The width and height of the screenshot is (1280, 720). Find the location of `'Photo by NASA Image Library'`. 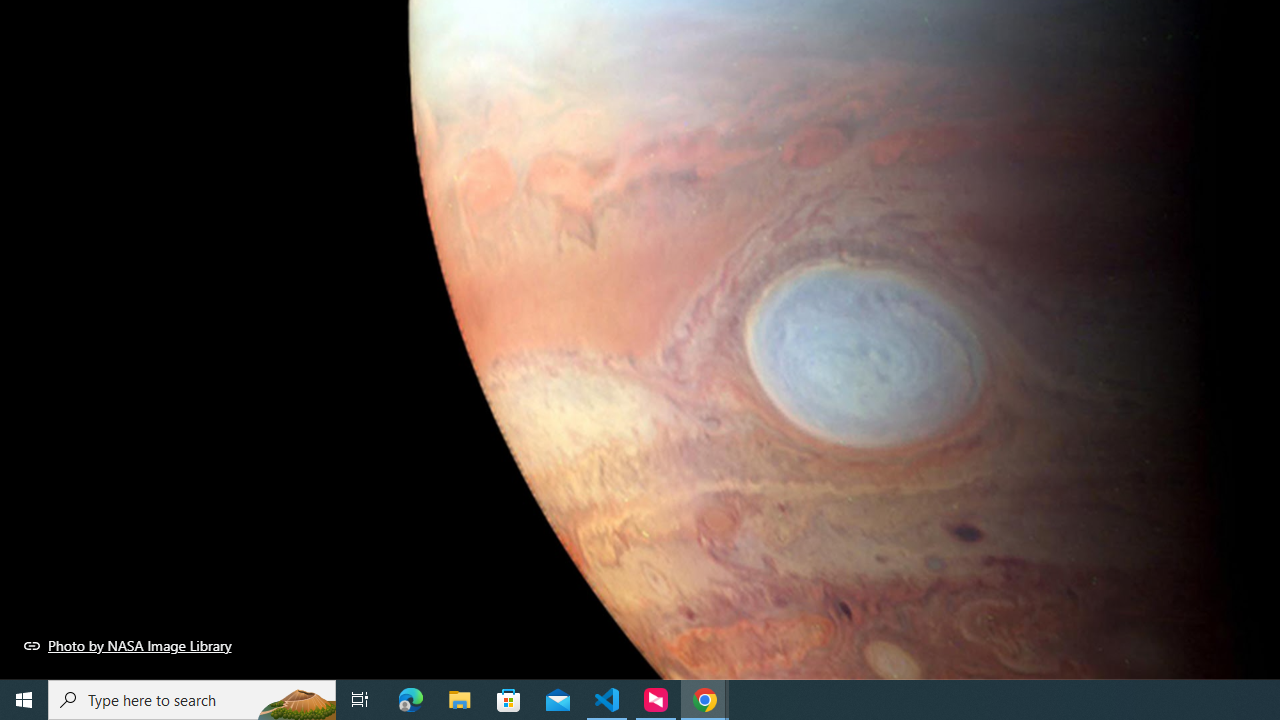

'Photo by NASA Image Library' is located at coordinates (127, 645).